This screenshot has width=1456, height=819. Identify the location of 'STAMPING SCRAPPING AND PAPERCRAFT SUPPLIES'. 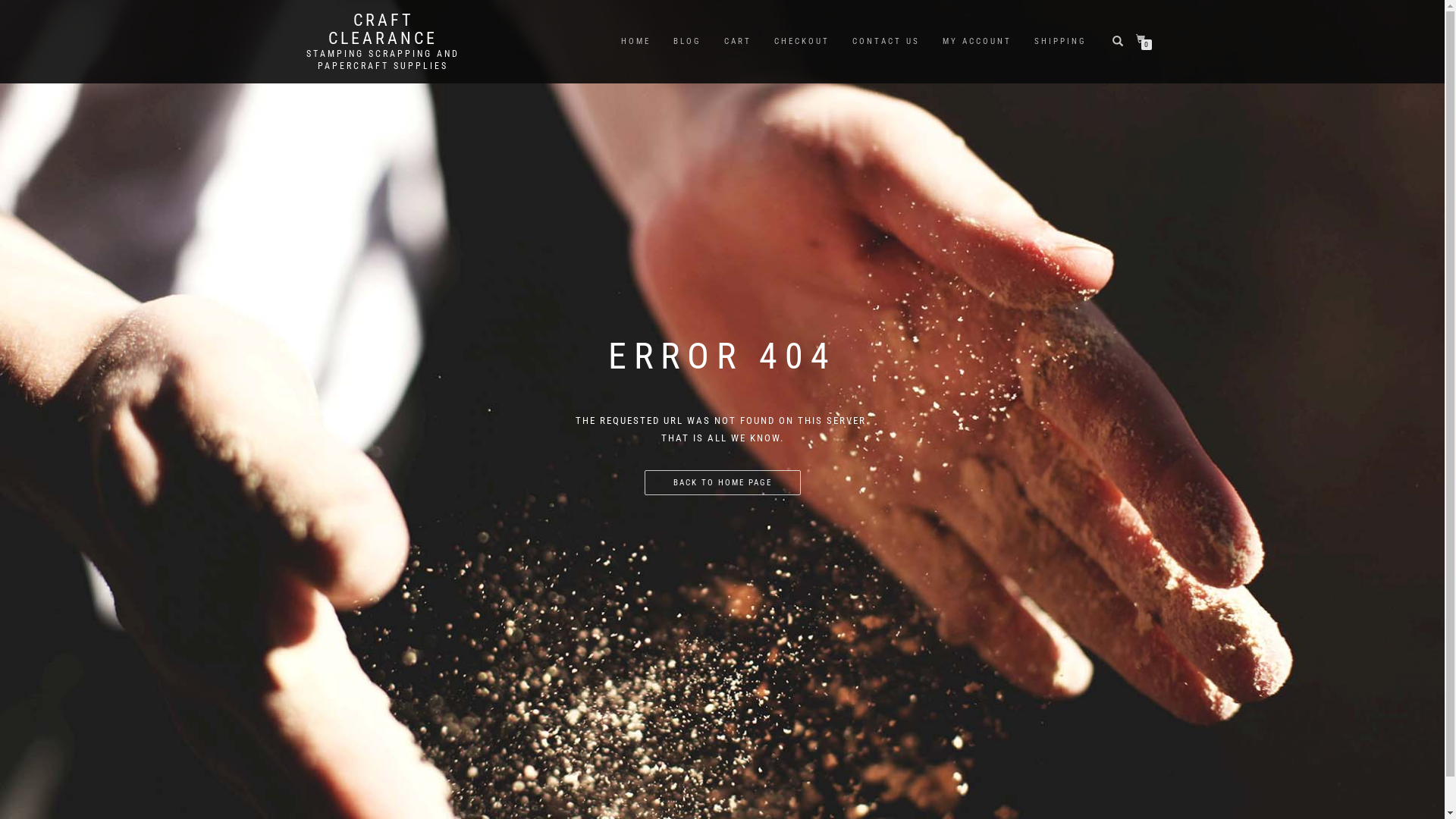
(382, 58).